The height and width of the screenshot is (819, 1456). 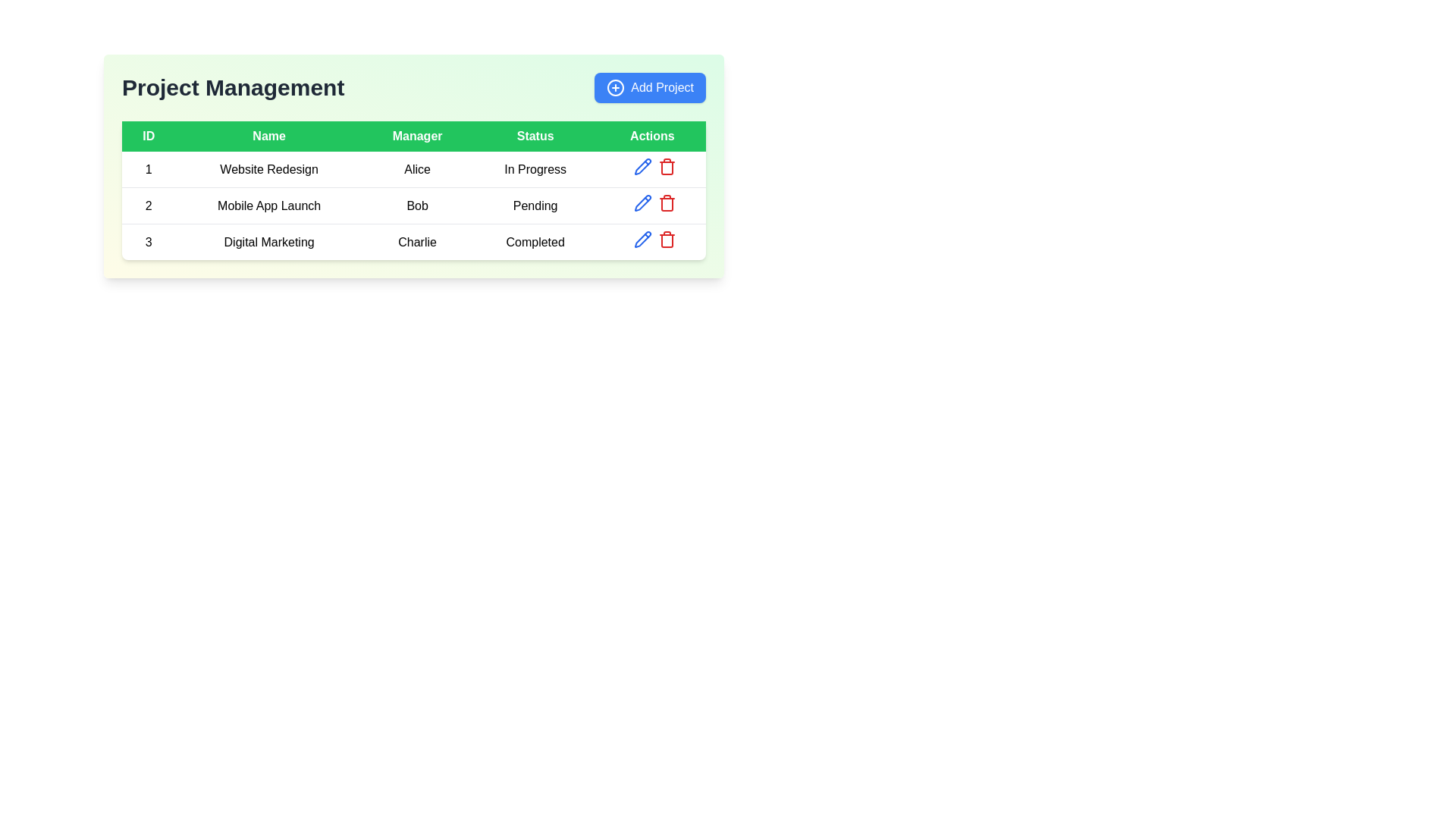 What do you see at coordinates (643, 202) in the screenshot?
I see `the blue pencil icon button located in the rightmost cell of the second row of the 'Mobile App Launch' project table` at bounding box center [643, 202].